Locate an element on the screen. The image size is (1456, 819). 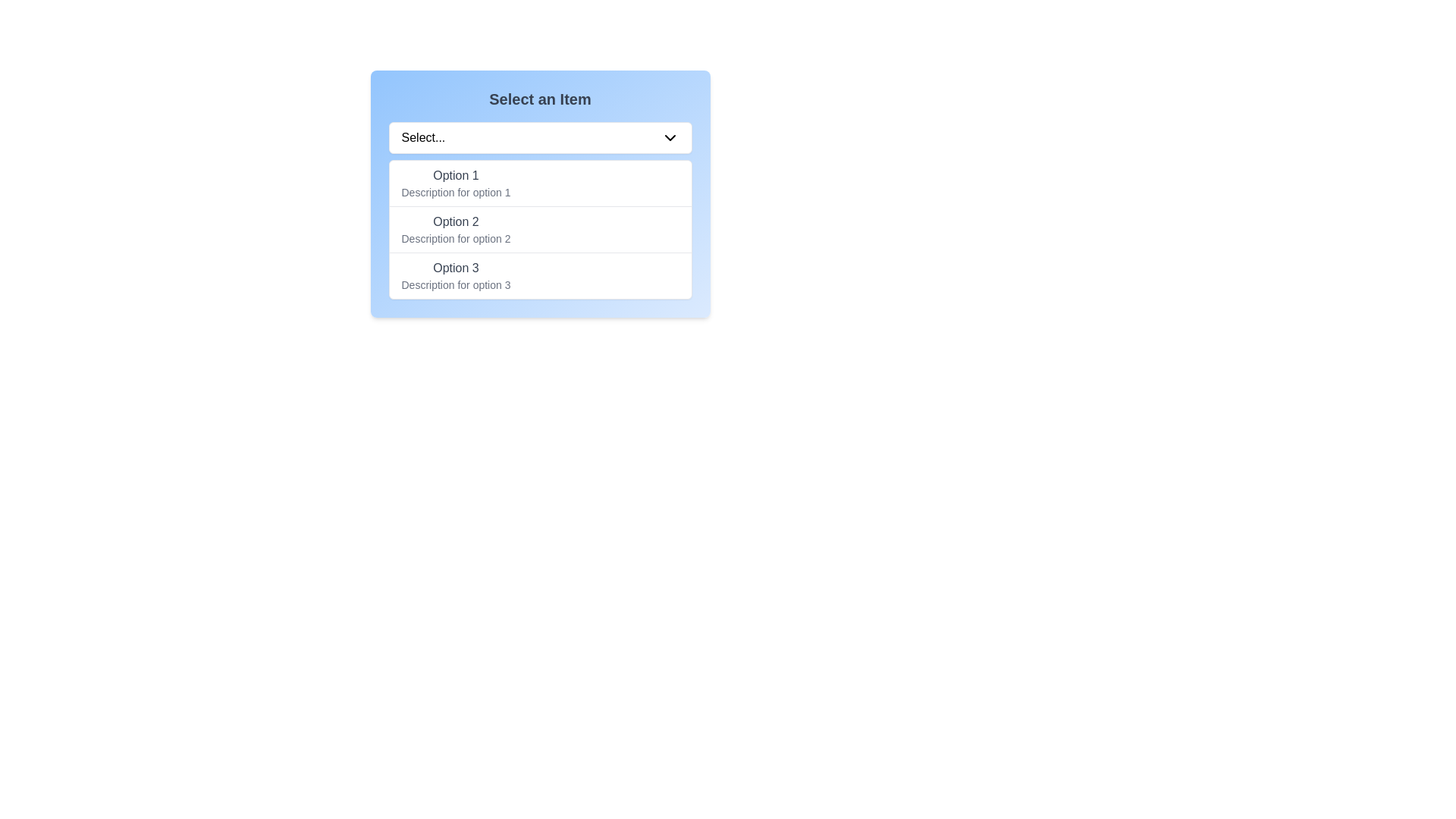
the dropdown menu located below the 'Select...' dropdown is located at coordinates (540, 230).